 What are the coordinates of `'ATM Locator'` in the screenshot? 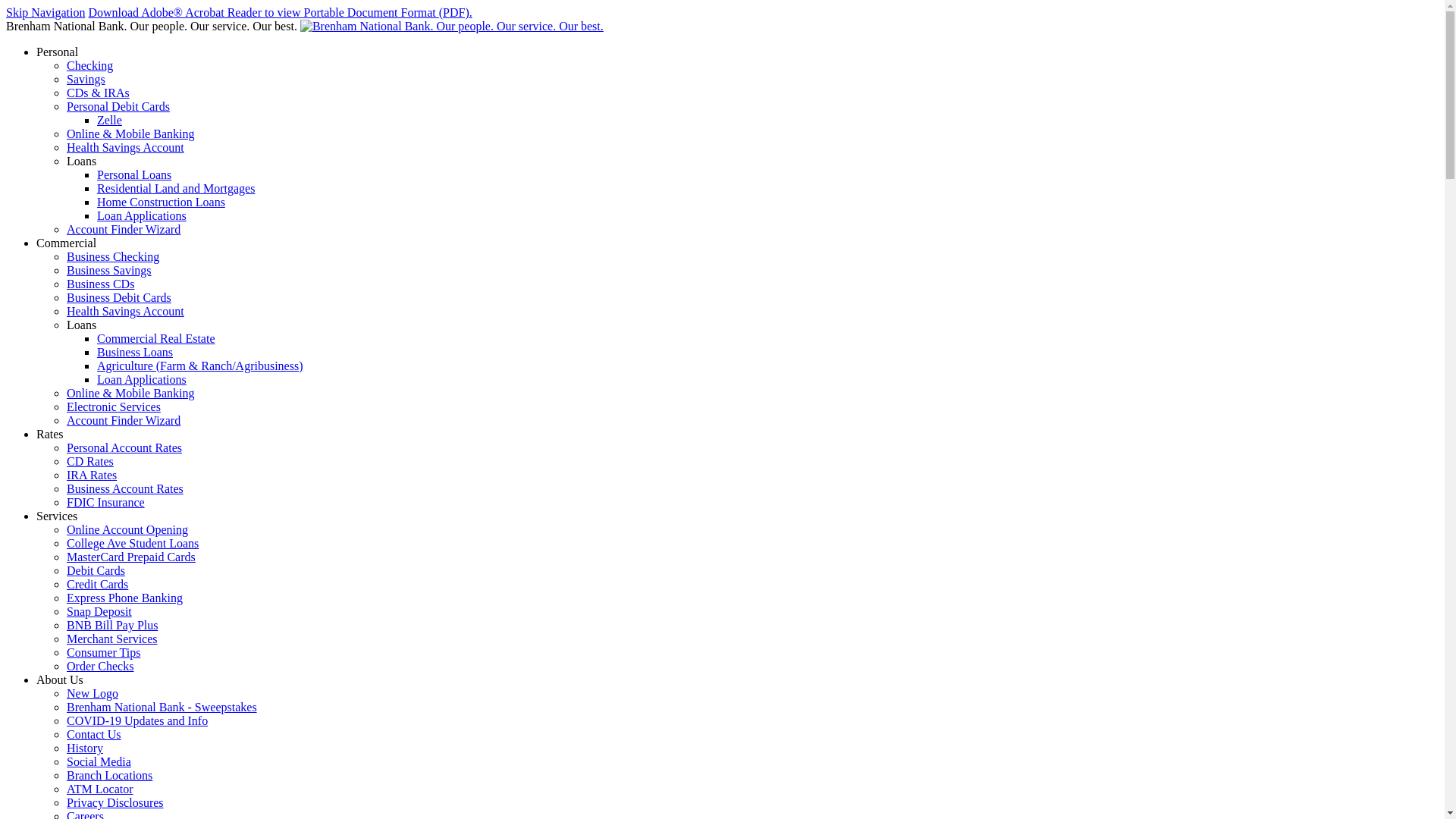 It's located at (99, 788).